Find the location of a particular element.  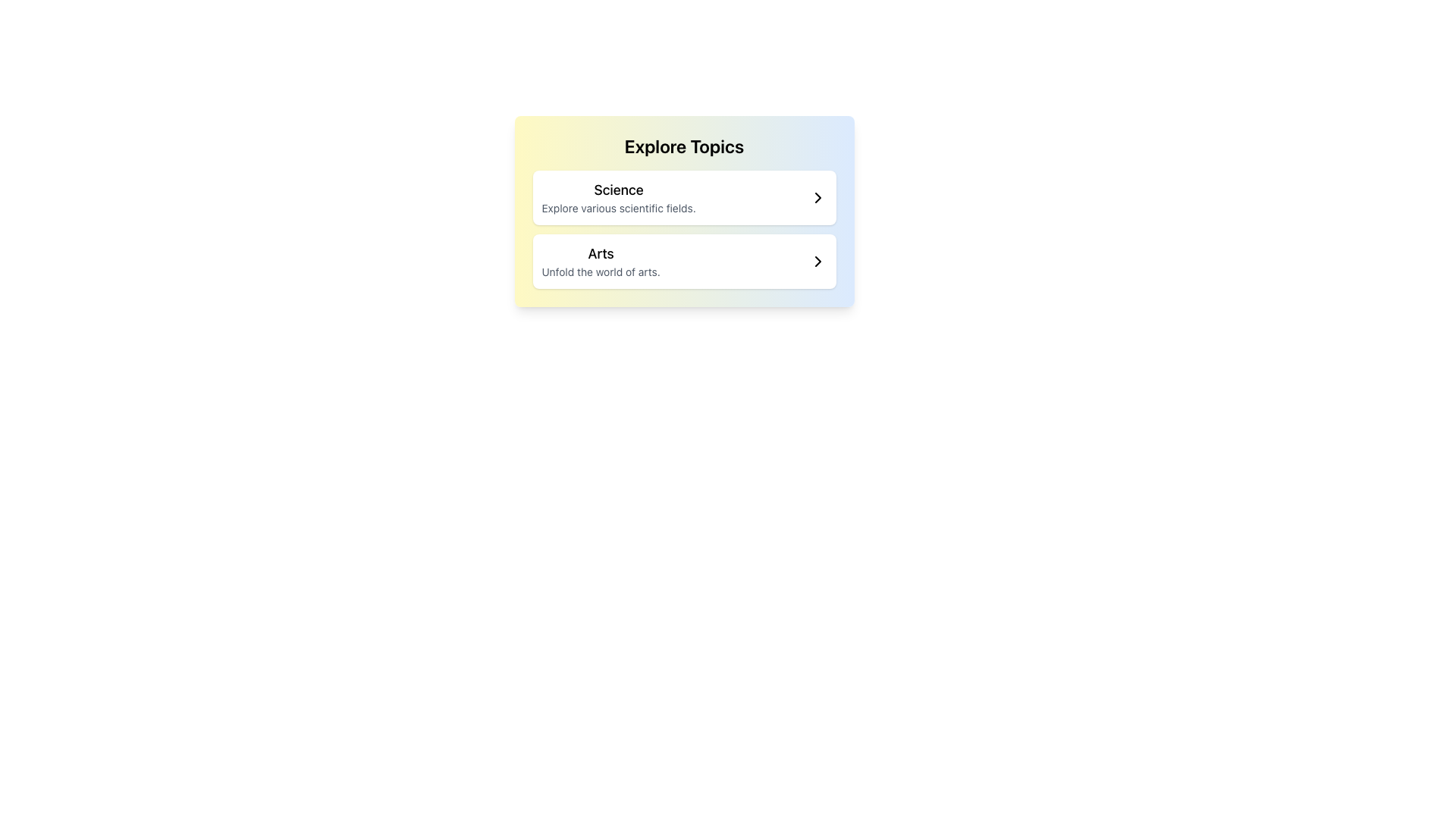

the text element that reads 'Explore various scientific fields.' which is styled in gray and located beneath the 'Science' heading in the 'Explore Topics' panel is located at coordinates (619, 208).